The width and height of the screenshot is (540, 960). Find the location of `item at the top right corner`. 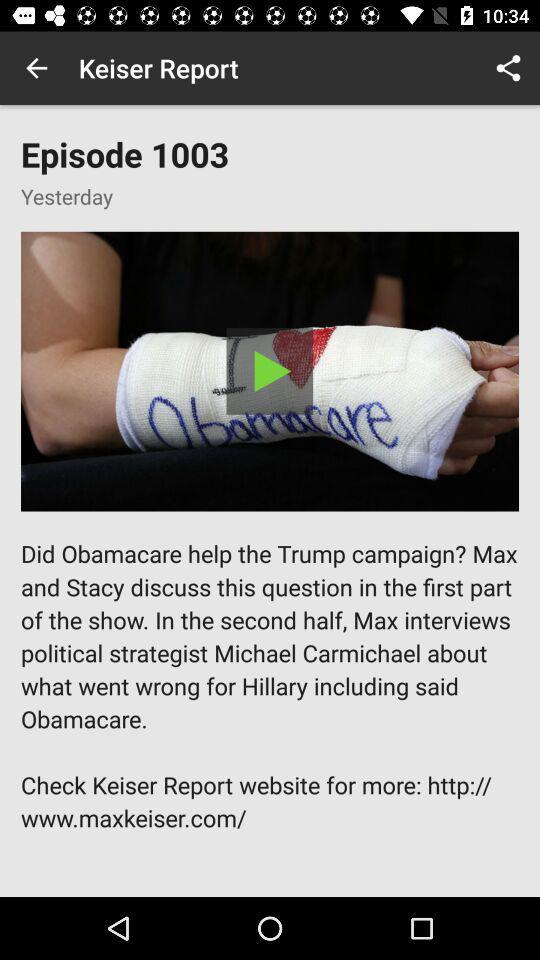

item at the top right corner is located at coordinates (508, 68).